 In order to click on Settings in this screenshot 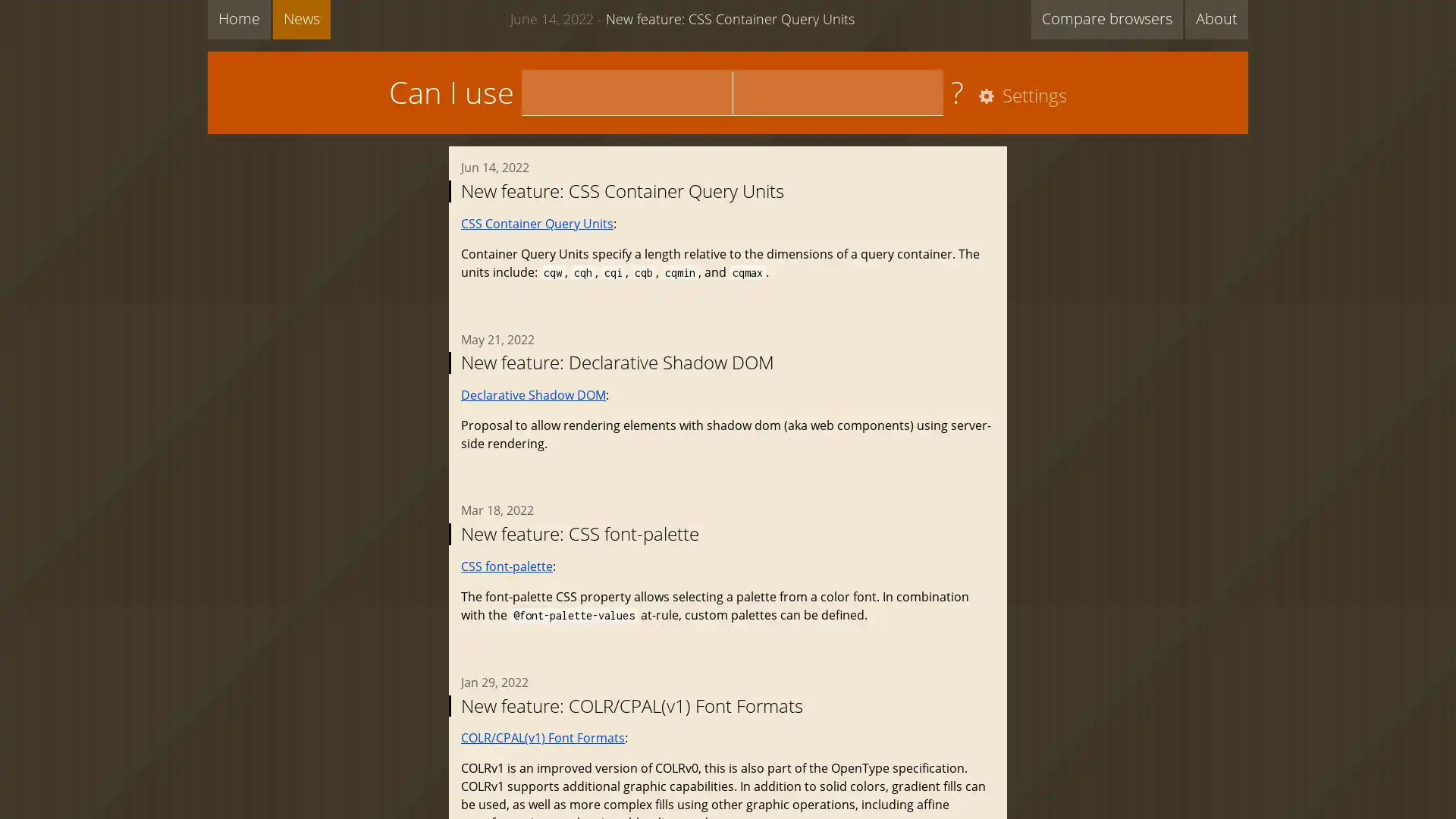, I will do `click(1019, 96)`.